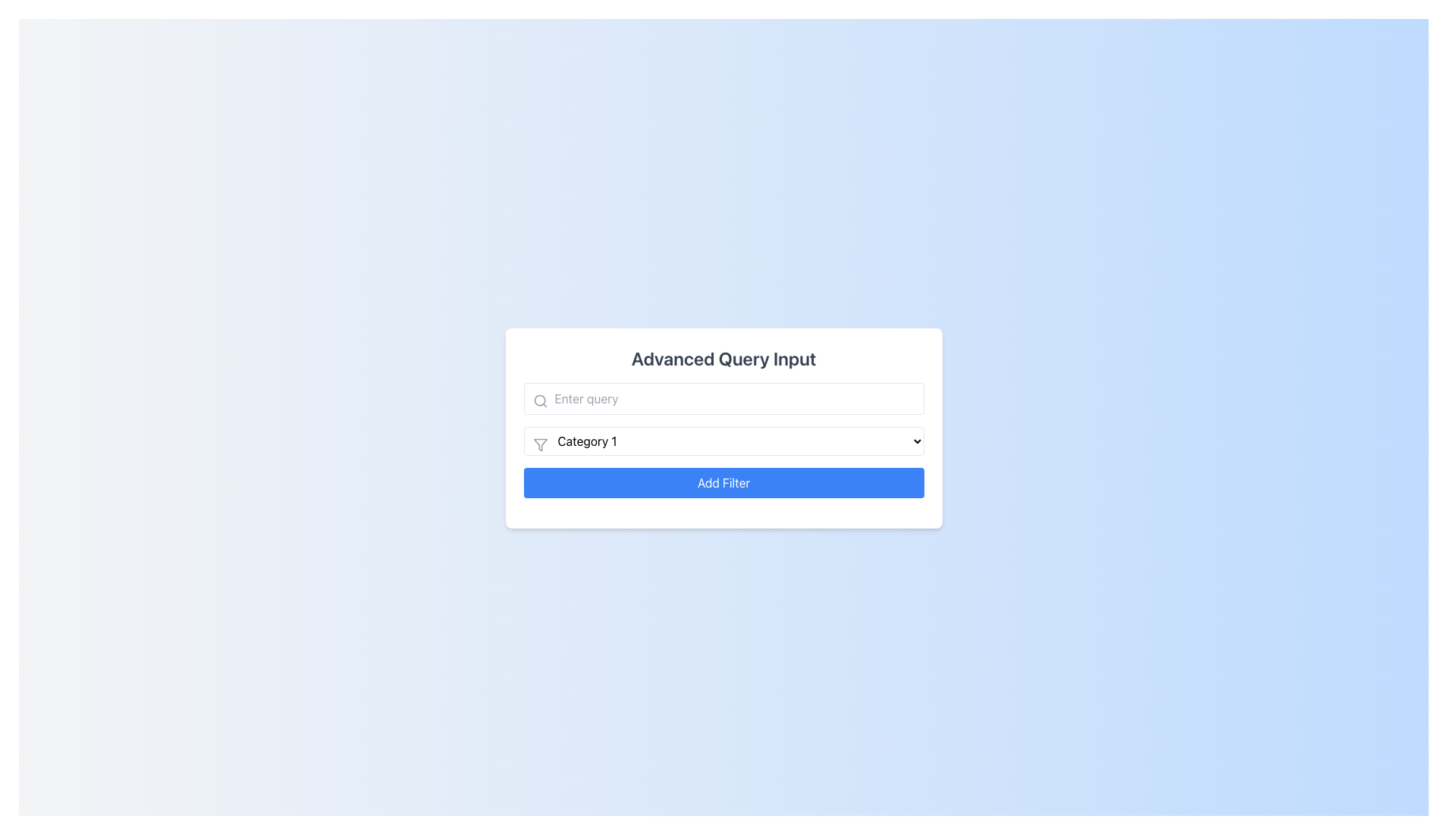  I want to click on the circular part of the magnifying glass icon located to the left inside the text input field labeled 'Enter query', so click(539, 400).